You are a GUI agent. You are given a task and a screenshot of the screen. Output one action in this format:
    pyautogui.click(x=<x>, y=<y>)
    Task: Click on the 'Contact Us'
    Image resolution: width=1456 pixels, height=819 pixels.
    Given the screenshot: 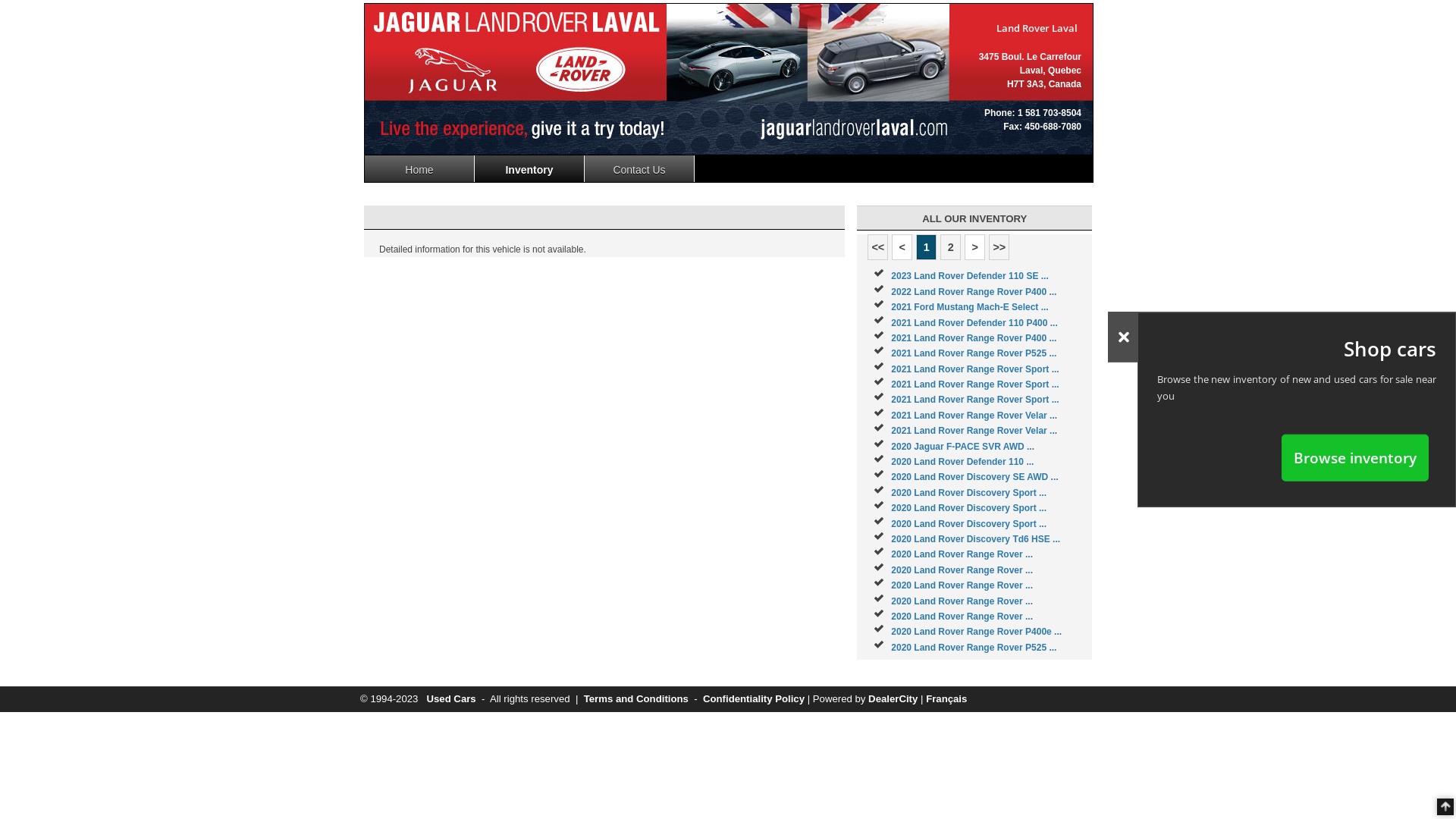 What is the action you would take?
    pyautogui.click(x=584, y=168)
    